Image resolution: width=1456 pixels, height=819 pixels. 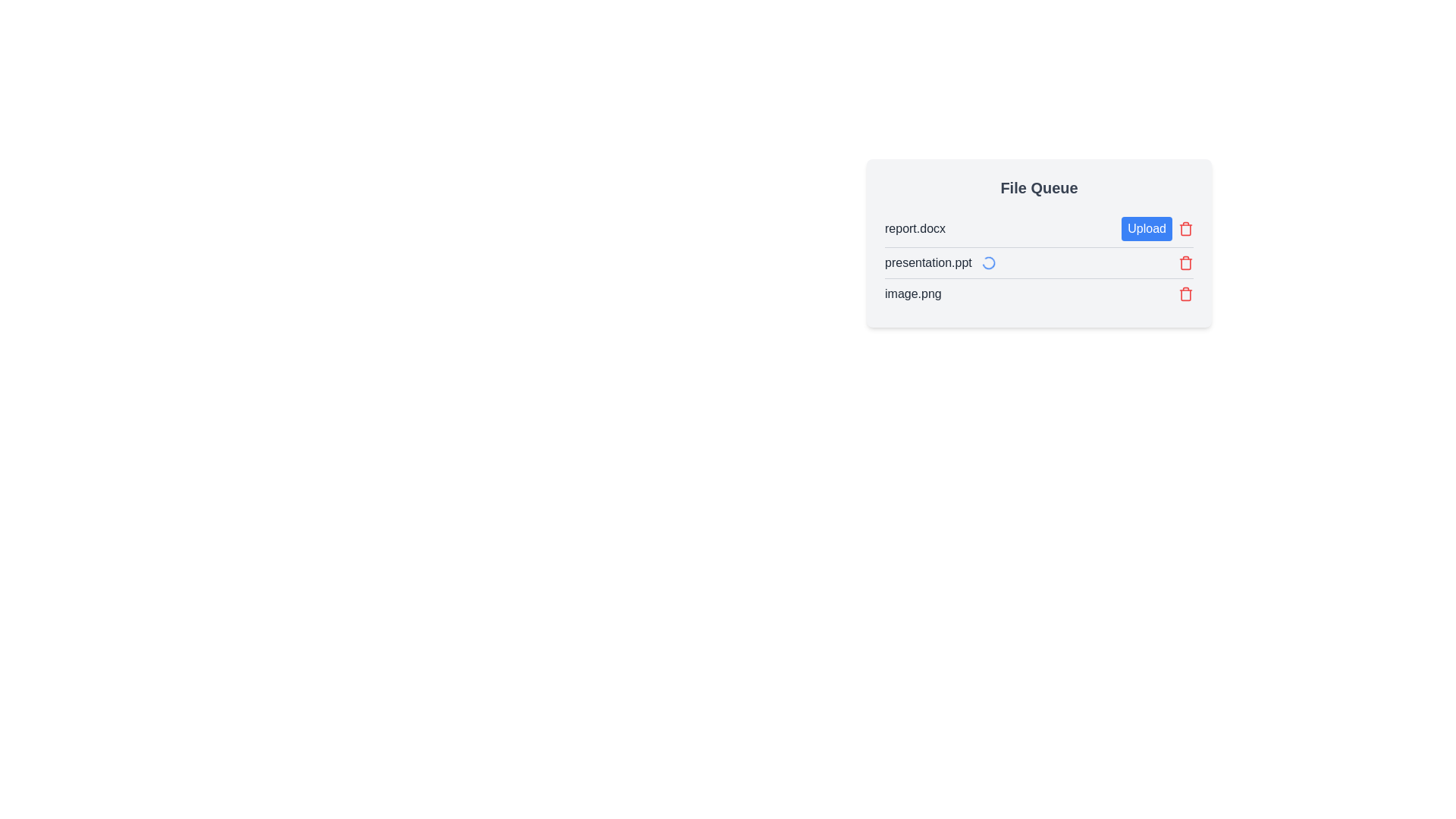 I want to click on the middle segment of the trash can icon, which is a vector graphic element within the SVG image, typically used to signify a delete action, so click(x=1185, y=262).